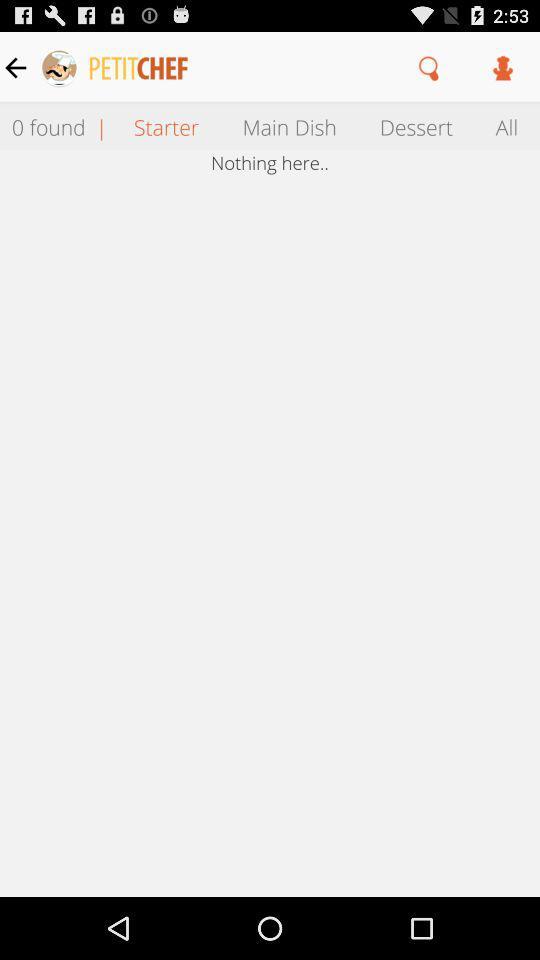 The image size is (540, 960). I want to click on the dessert item, so click(415, 125).